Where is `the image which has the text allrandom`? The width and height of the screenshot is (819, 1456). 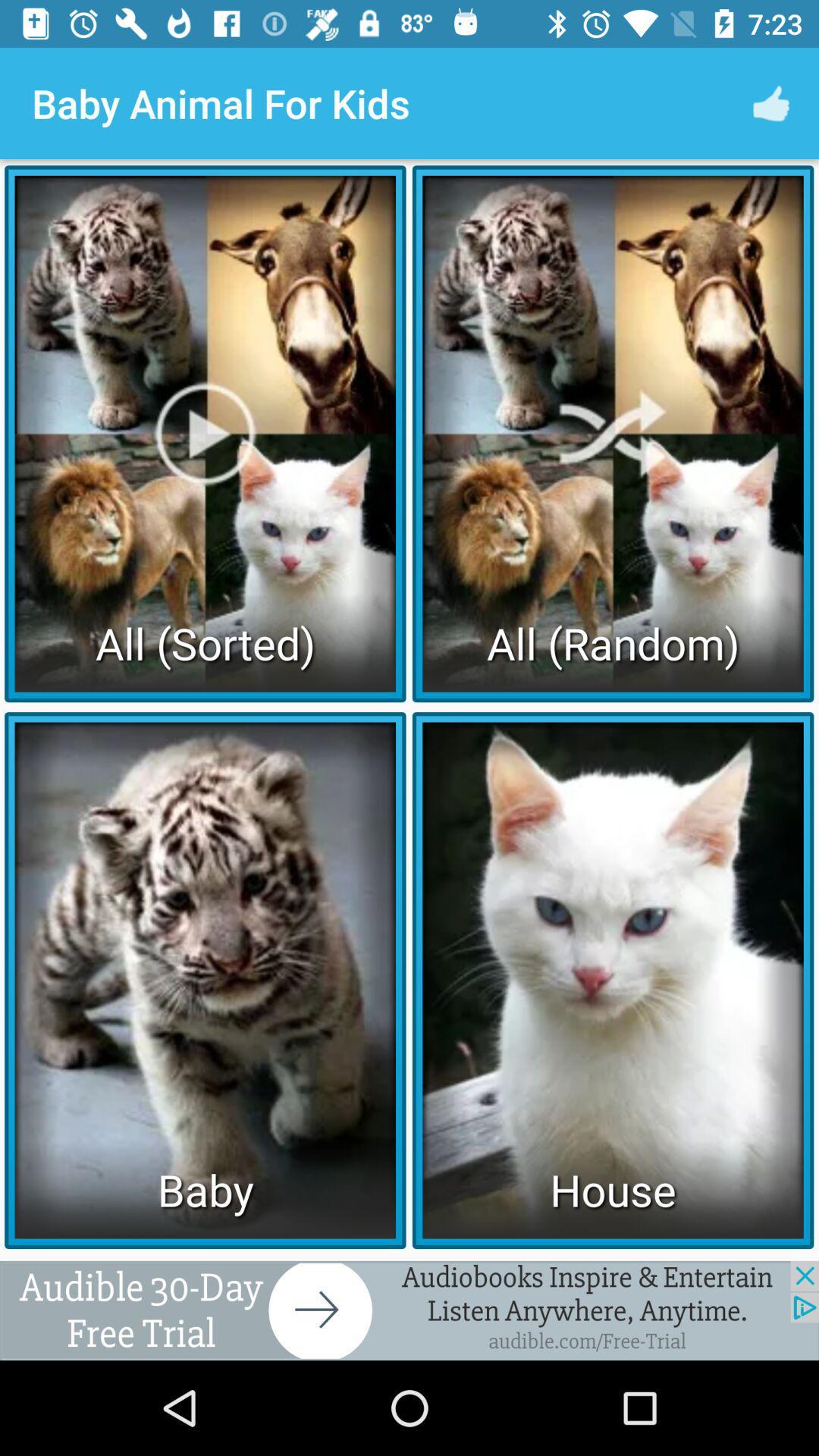 the image which has the text allrandom is located at coordinates (612, 432).